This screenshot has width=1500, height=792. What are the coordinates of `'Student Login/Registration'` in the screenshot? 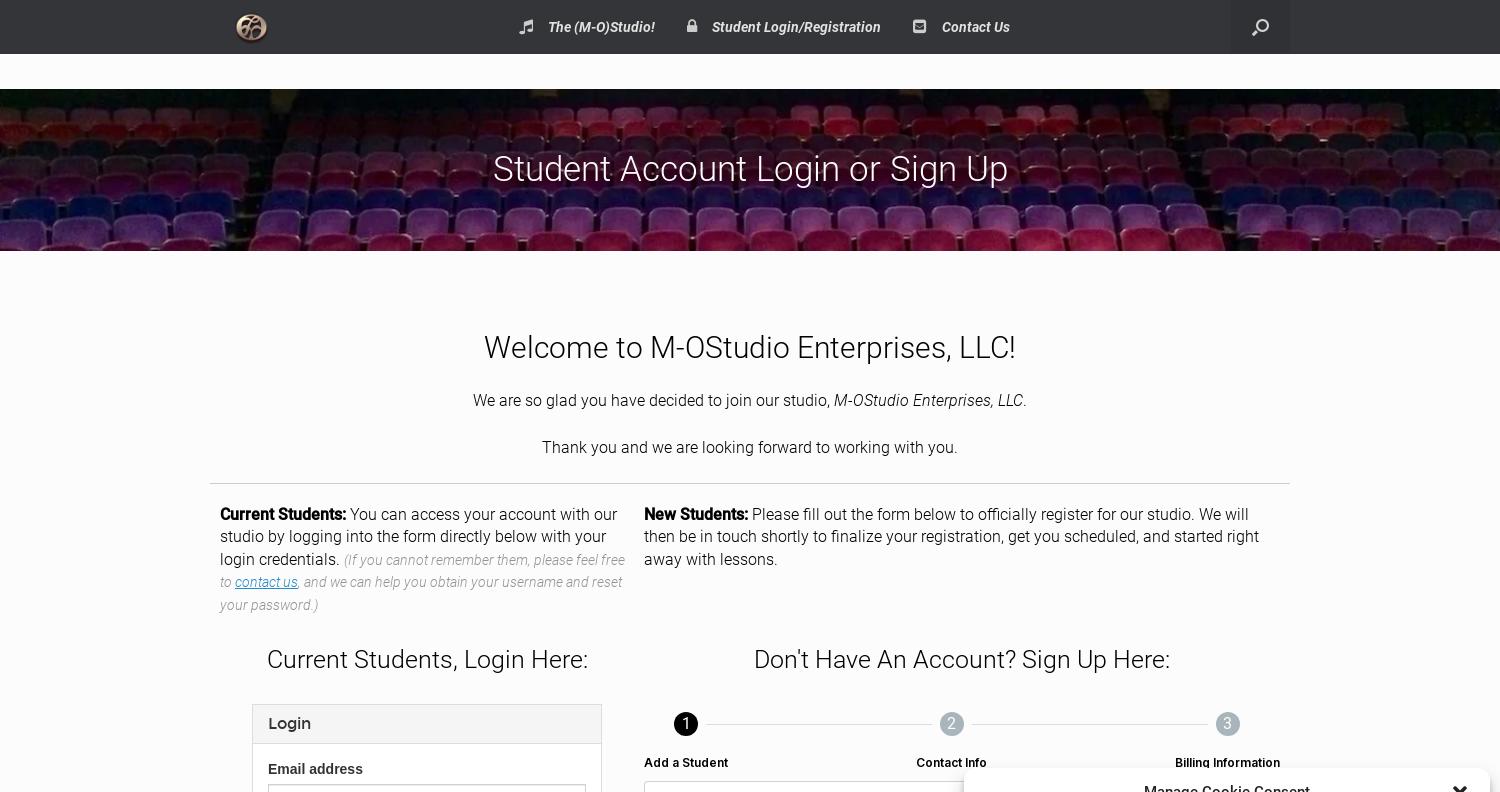 It's located at (796, 26).